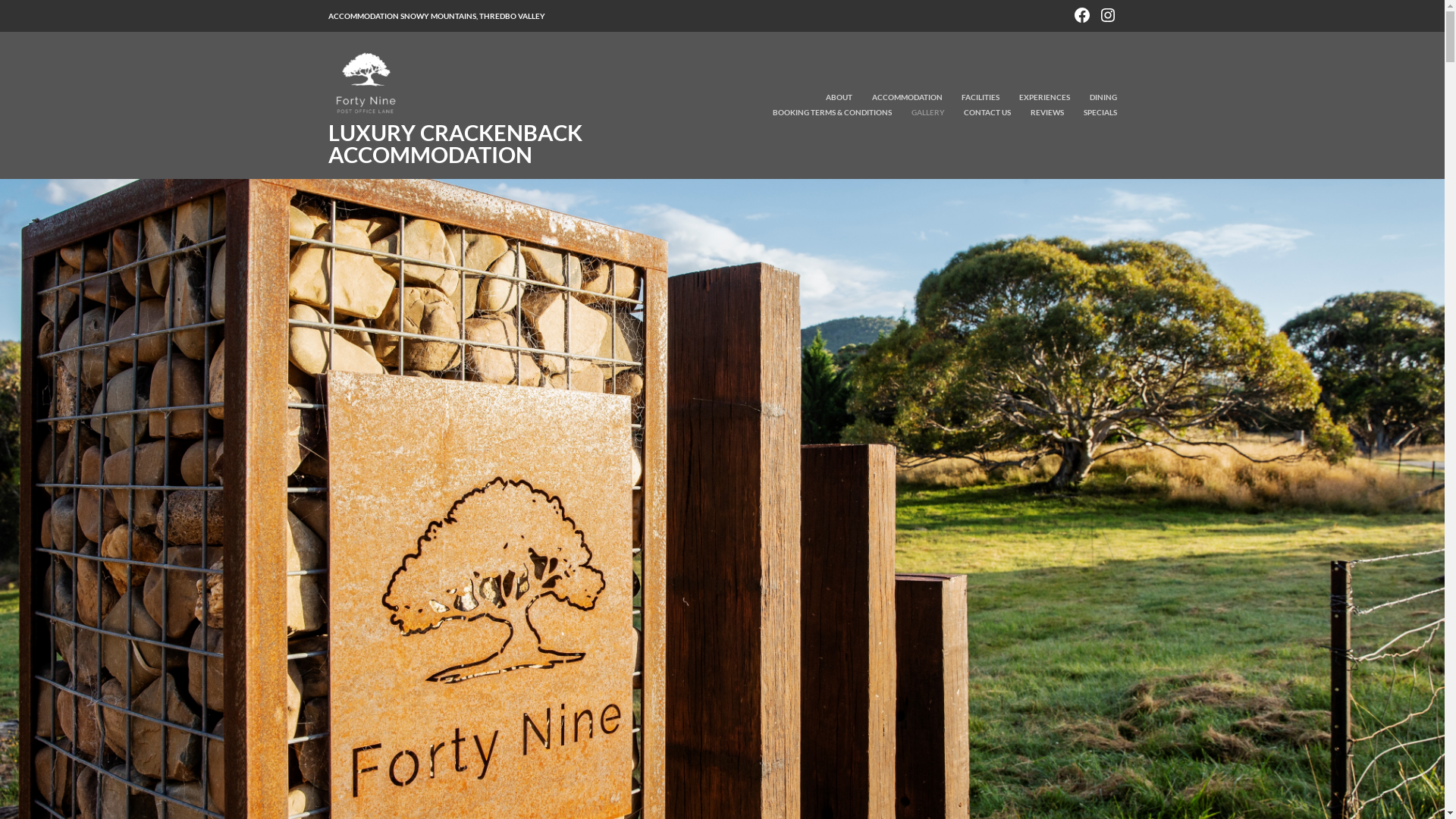 Image resolution: width=1456 pixels, height=819 pixels. What do you see at coordinates (823, 112) in the screenshot?
I see `'BOOKING TERMS & CONDITIONS'` at bounding box center [823, 112].